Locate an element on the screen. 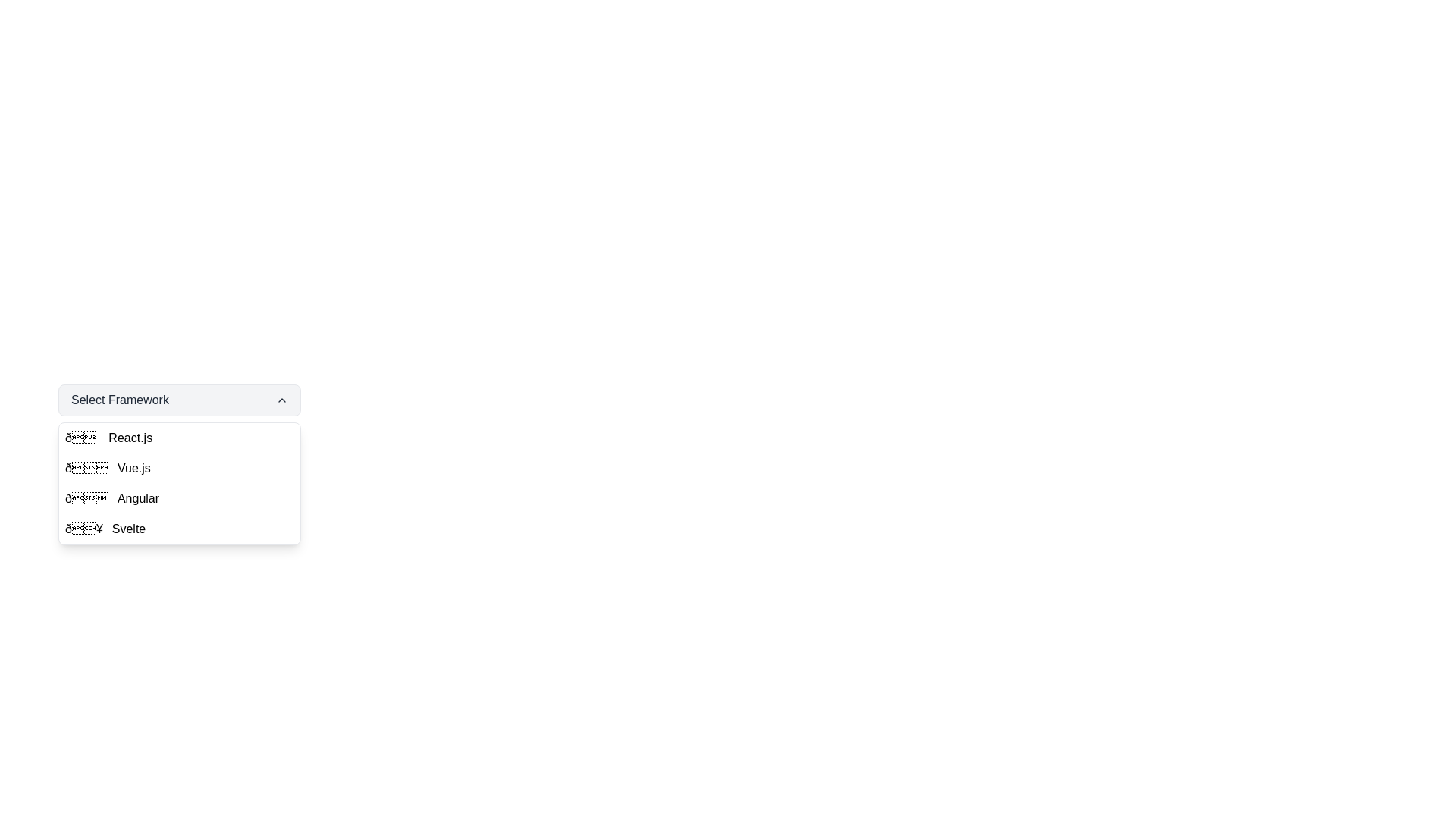 The image size is (1456, 819). the Vue.js icon in the dropdown menu, which is the leftmost item in the list entry labeled 'Vue.js' is located at coordinates (86, 467).